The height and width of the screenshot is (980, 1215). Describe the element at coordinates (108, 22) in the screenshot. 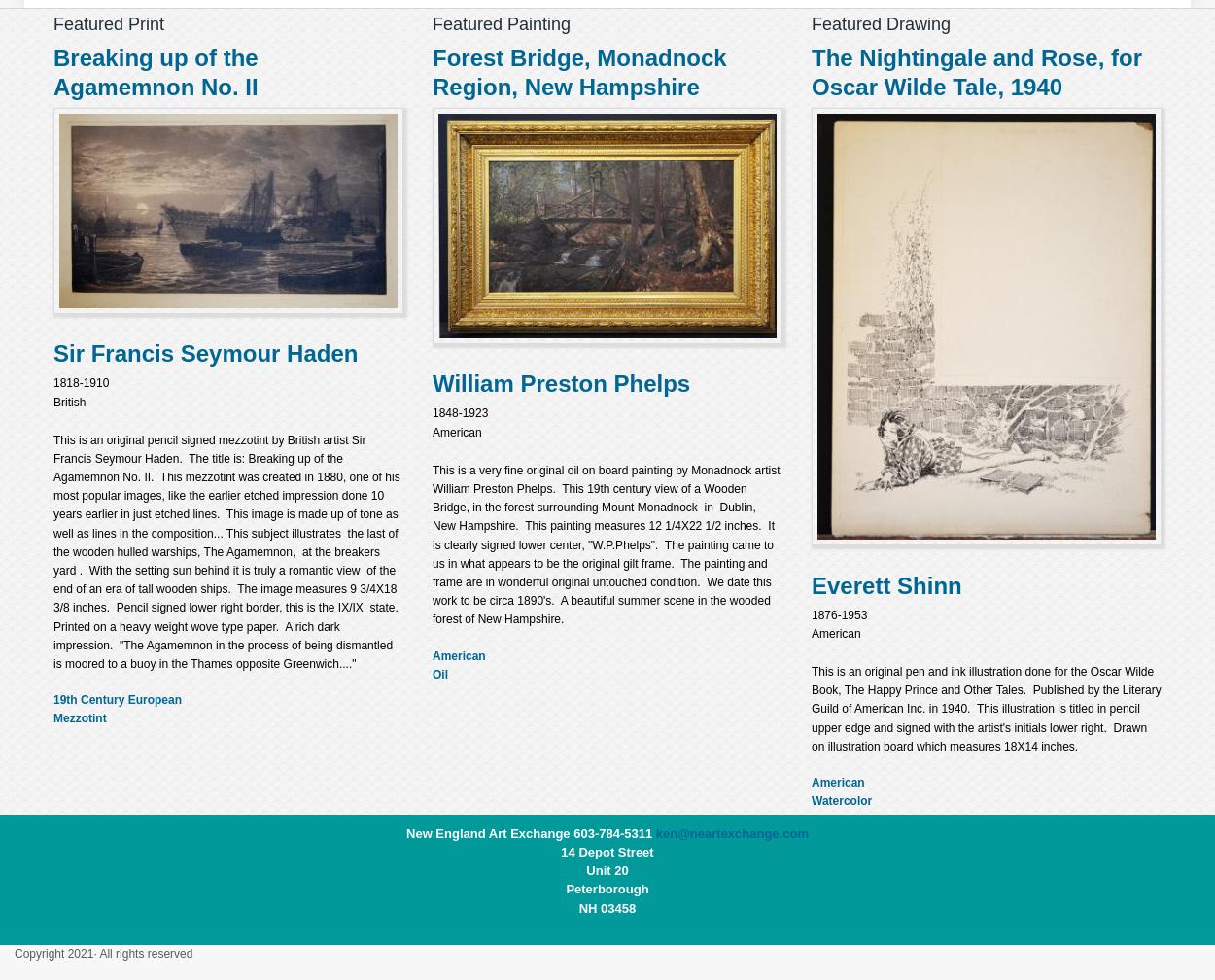

I see `'Featured Print'` at that location.